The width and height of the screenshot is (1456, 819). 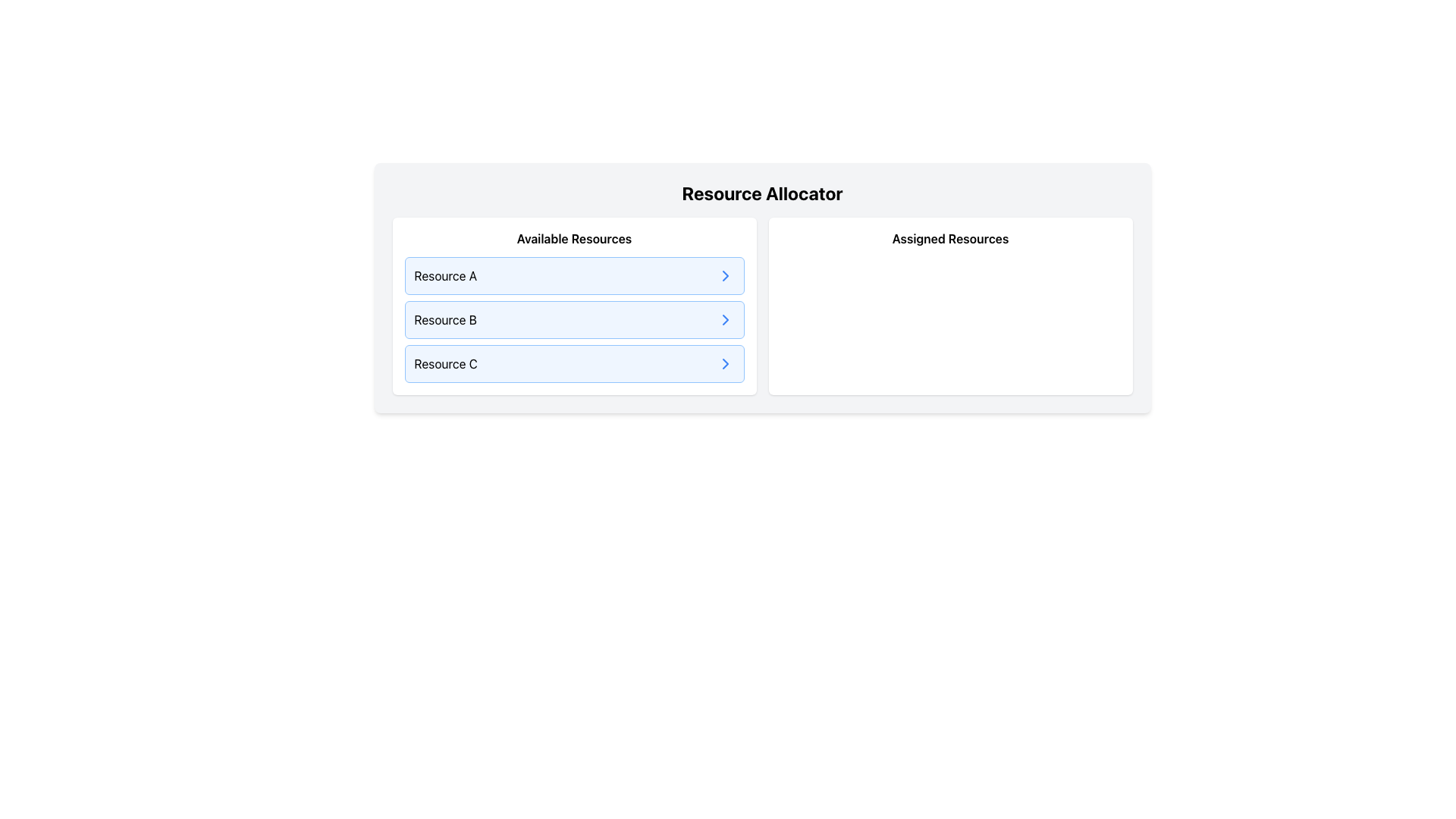 What do you see at coordinates (724, 275) in the screenshot?
I see `the Icon button located on the right-hand side of the 'Resource A' row, which serves as a navigation trigger for further actions related to 'Resource A'` at bounding box center [724, 275].